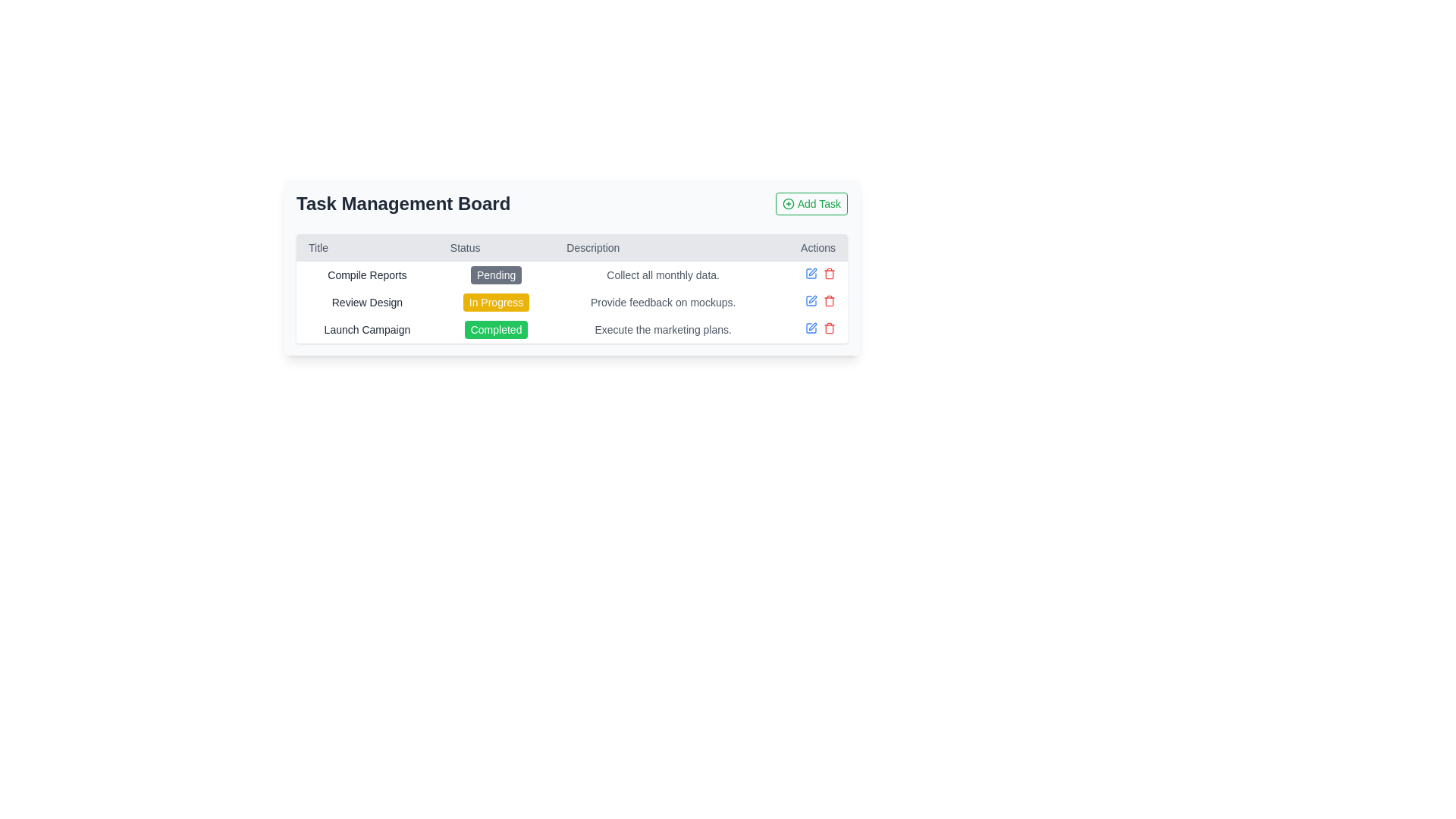  What do you see at coordinates (829, 301) in the screenshot?
I see `the trash icon representing the delete functionality in the 'Actions' column of the row for the task 'Review Design'` at bounding box center [829, 301].